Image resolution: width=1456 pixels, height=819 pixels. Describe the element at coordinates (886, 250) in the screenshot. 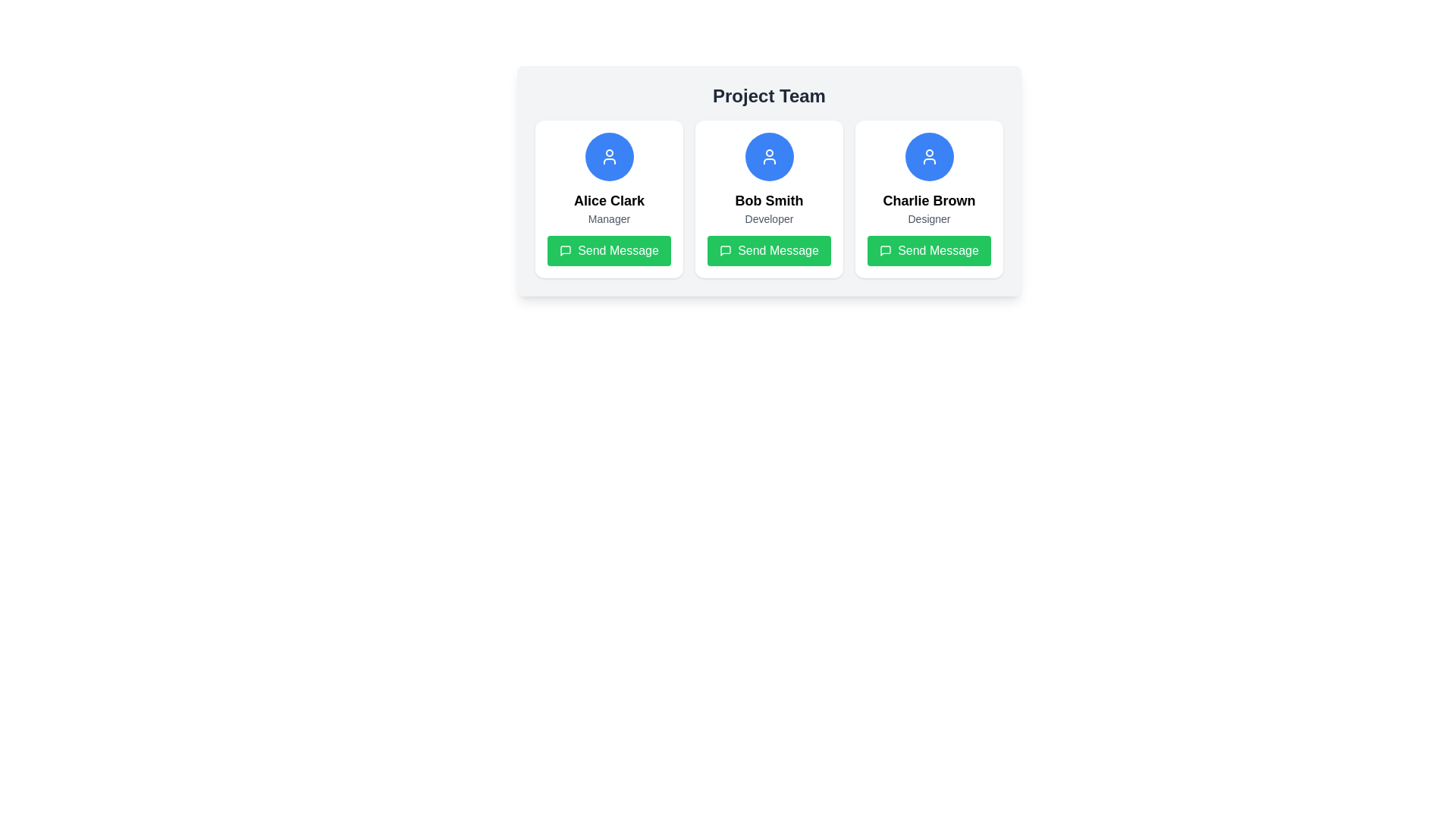

I see `the messaging icon located to the left of the green 'Send Message' button for the third person, 'Charlie Brown'` at that location.